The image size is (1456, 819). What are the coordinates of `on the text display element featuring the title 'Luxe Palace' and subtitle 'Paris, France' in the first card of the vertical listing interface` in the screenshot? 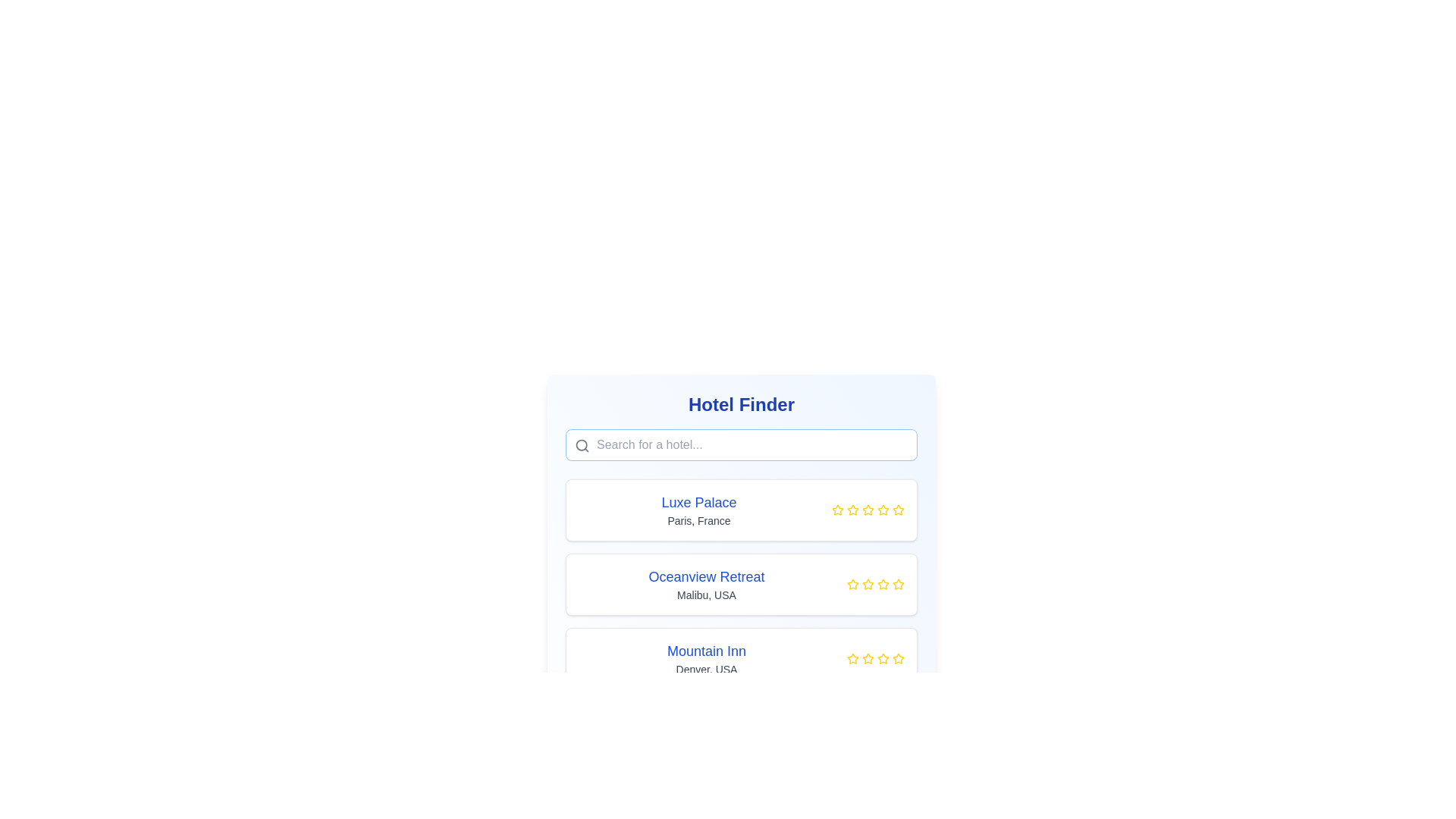 It's located at (698, 510).